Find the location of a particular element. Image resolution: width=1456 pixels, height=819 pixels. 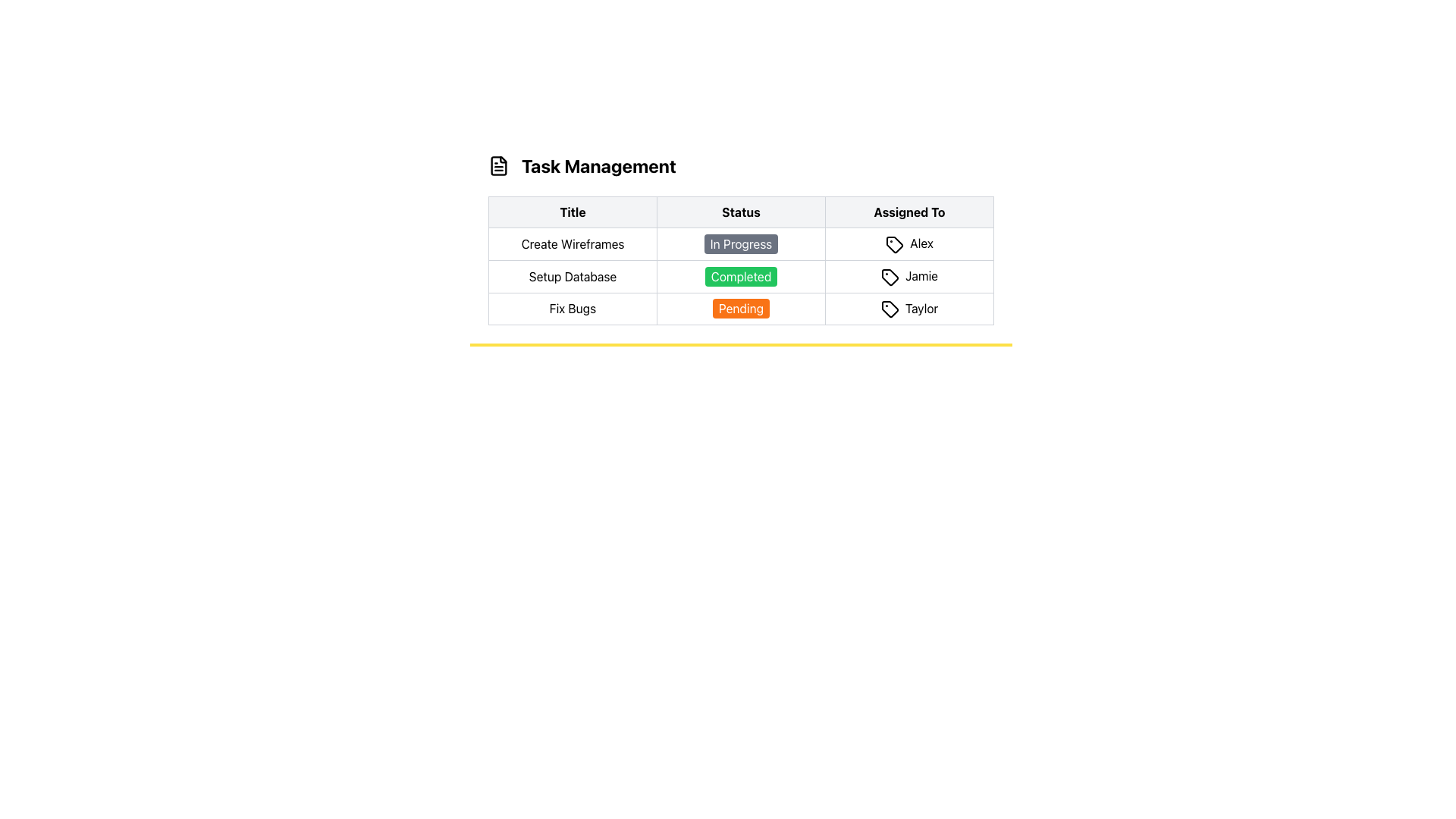

the text label displaying 'Taylor' located in the last row of the 'Assigned To' column in the 'Task Management' table, which is styled with a border and light background is located at coordinates (909, 308).